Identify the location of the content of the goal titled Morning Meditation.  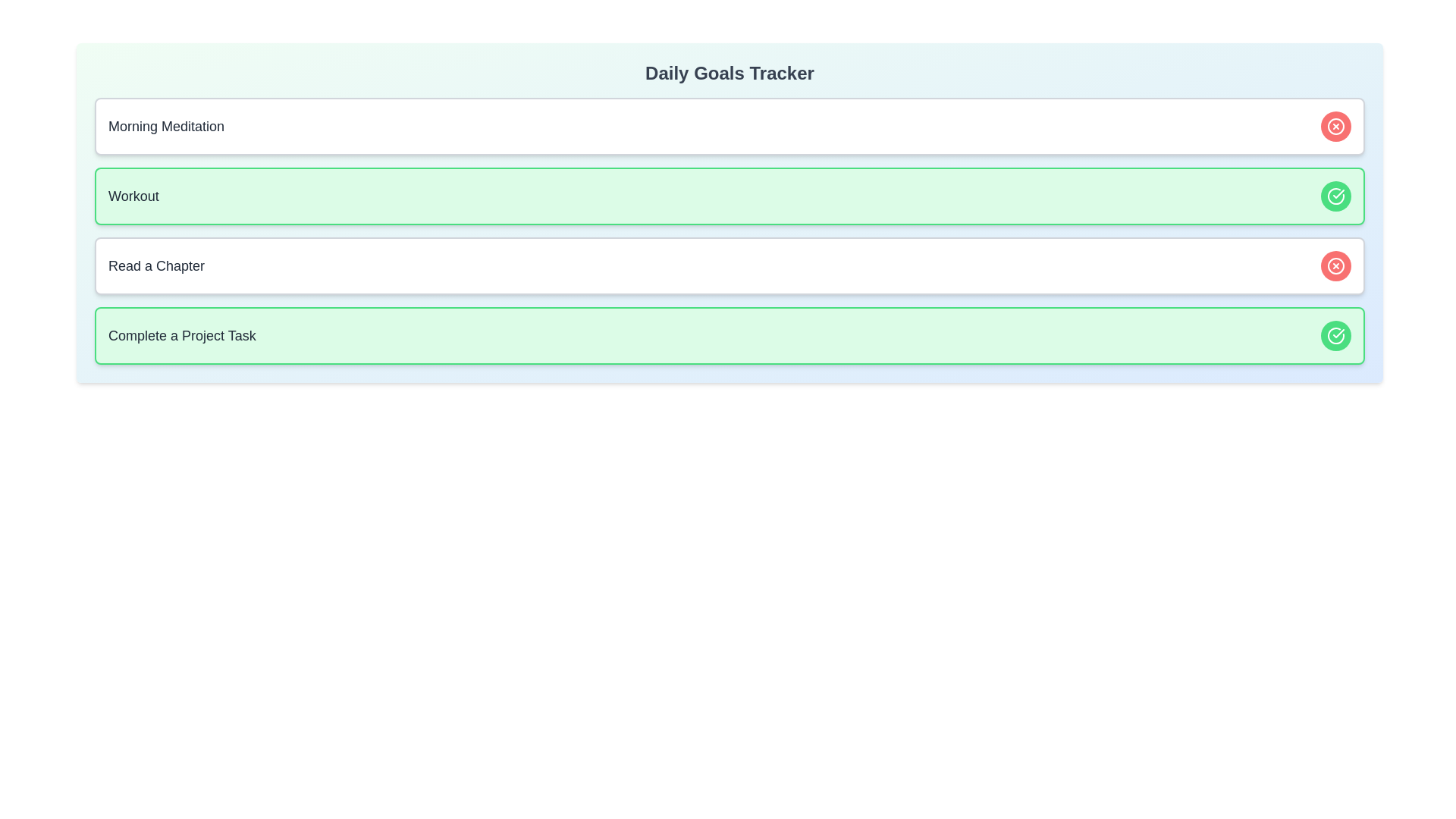
(166, 125).